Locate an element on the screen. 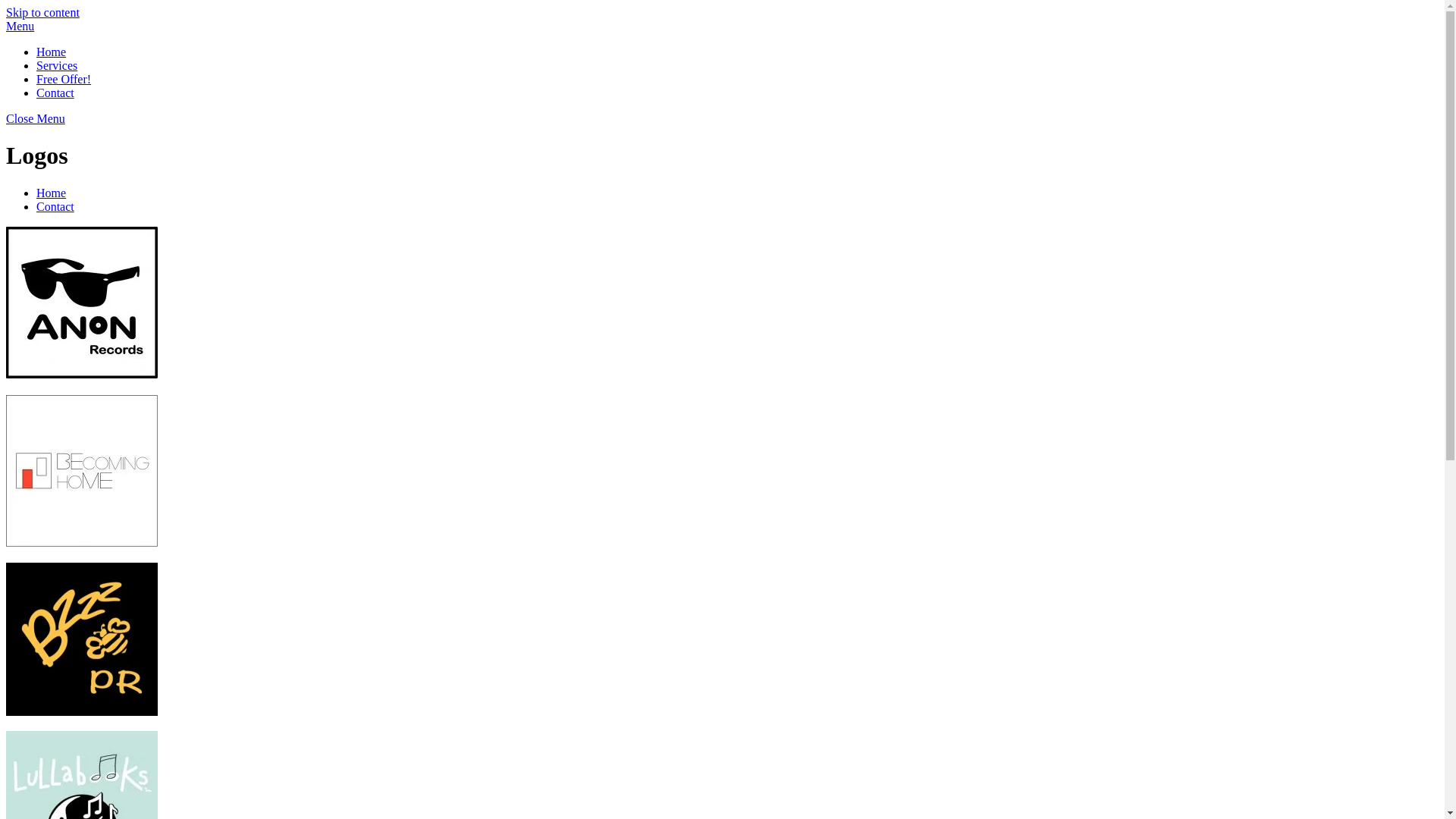  'BzzzPR tm' is located at coordinates (81, 639).